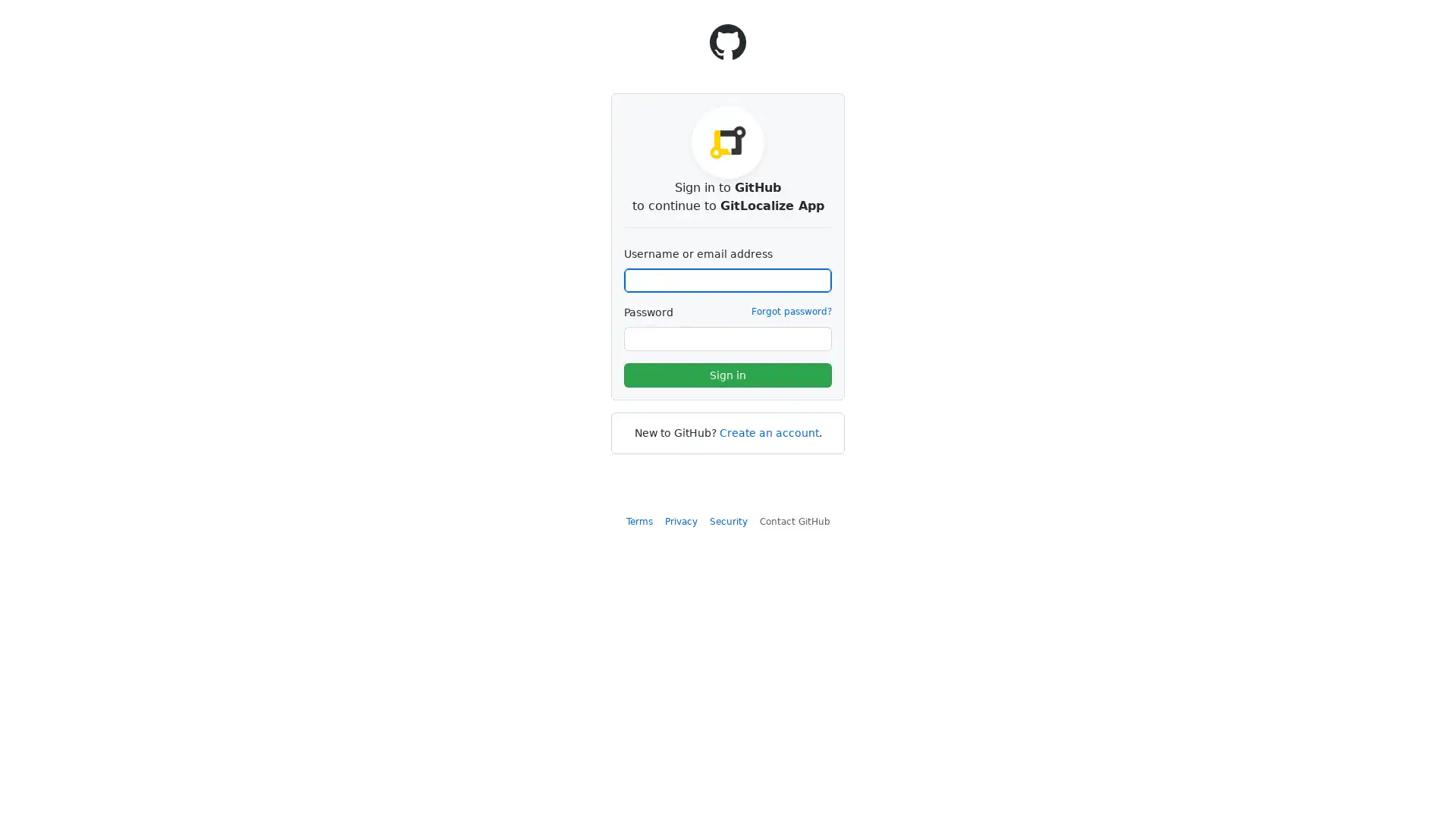 This screenshot has width=1456, height=819. I want to click on Sign in, so click(728, 375).